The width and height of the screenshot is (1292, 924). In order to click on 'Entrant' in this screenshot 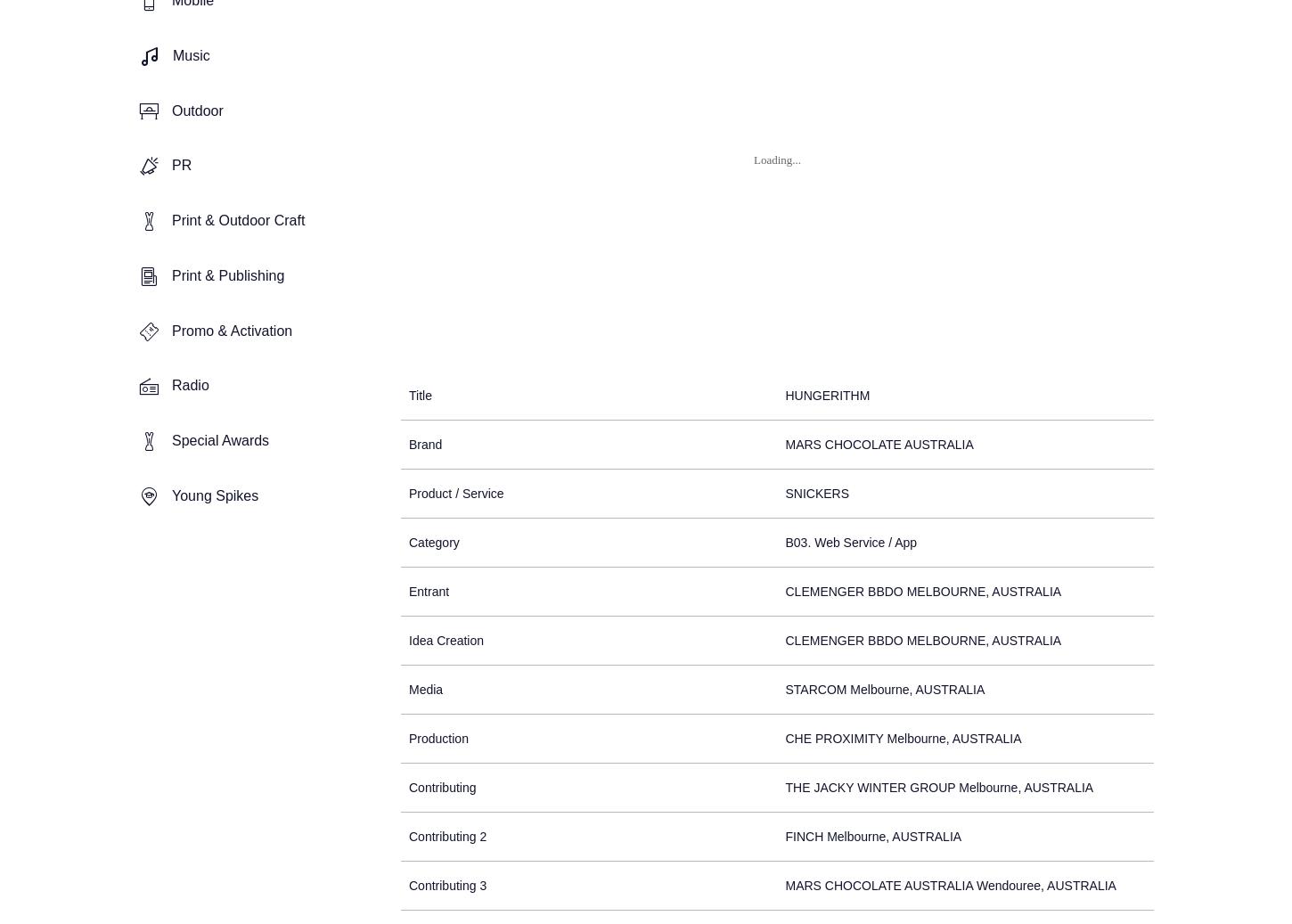, I will do `click(428, 590)`.